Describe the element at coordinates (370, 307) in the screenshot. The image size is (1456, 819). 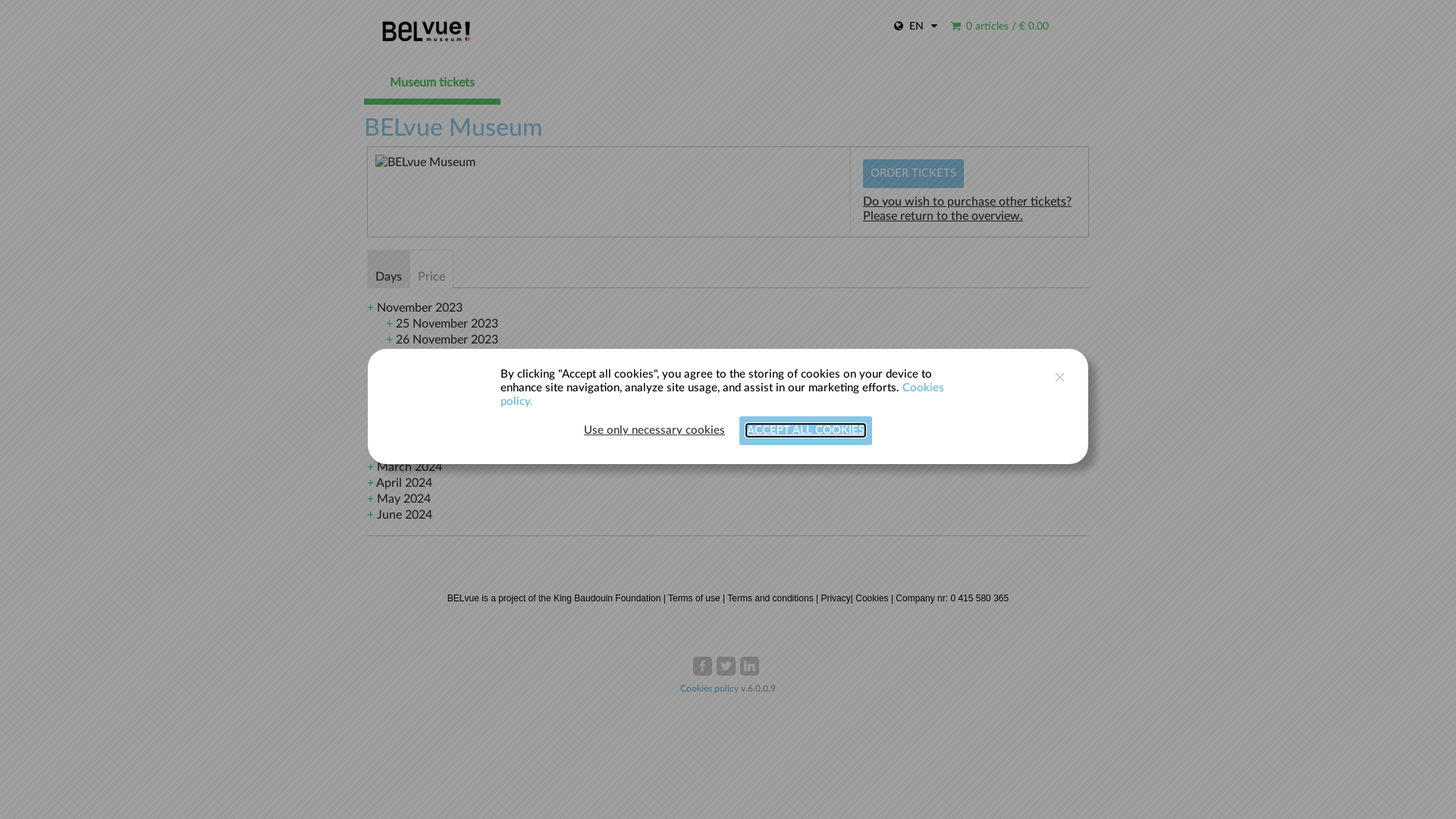
I see `'+'` at that location.